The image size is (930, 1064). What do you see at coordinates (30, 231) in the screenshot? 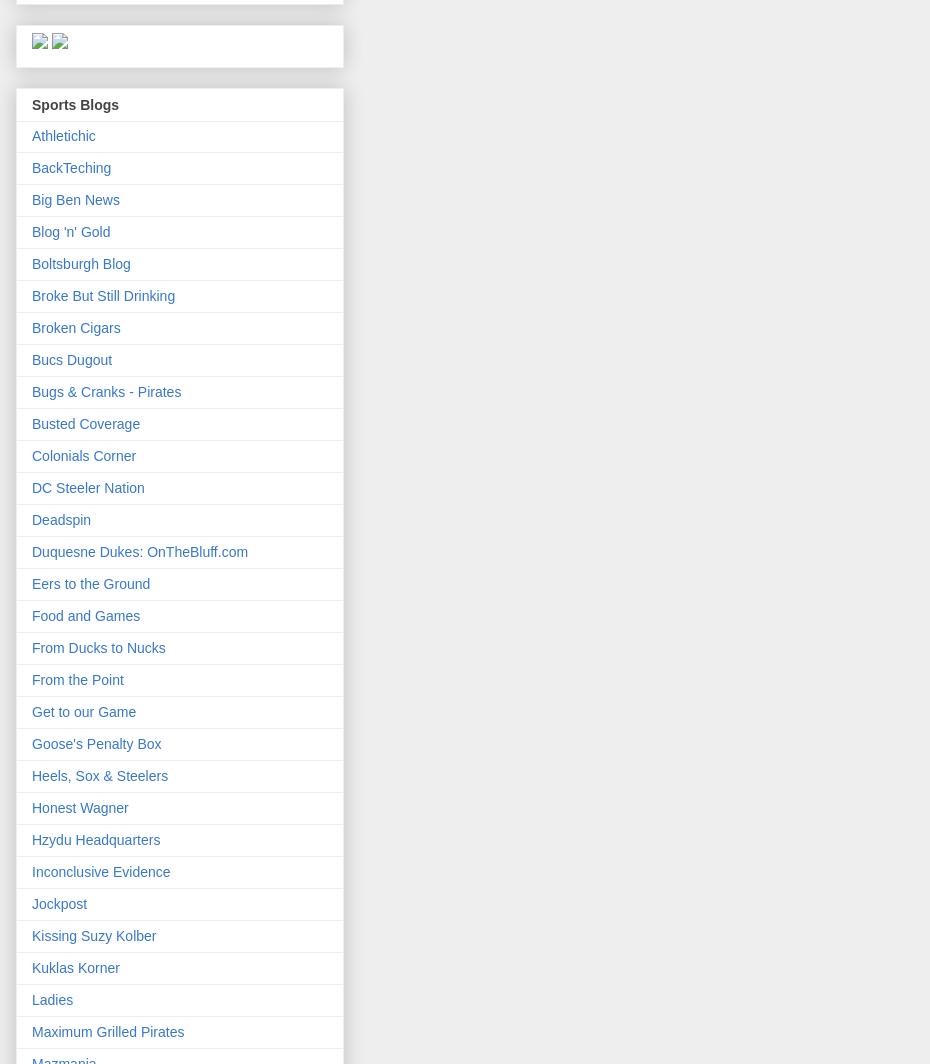
I see `'Blog 'n' Gold'` at bounding box center [30, 231].